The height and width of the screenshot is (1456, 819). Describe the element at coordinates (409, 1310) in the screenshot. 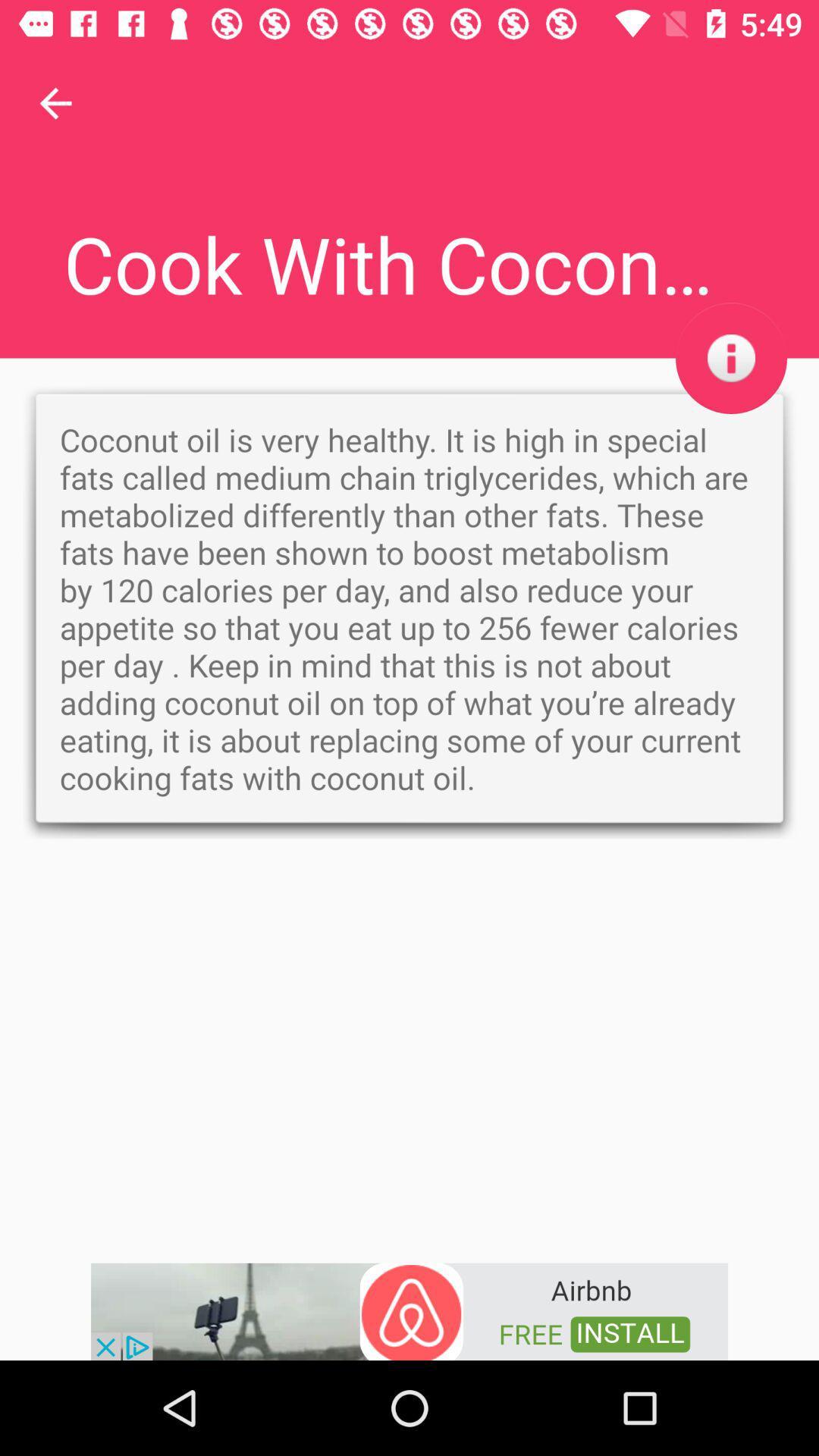

I see `advertisements` at that location.